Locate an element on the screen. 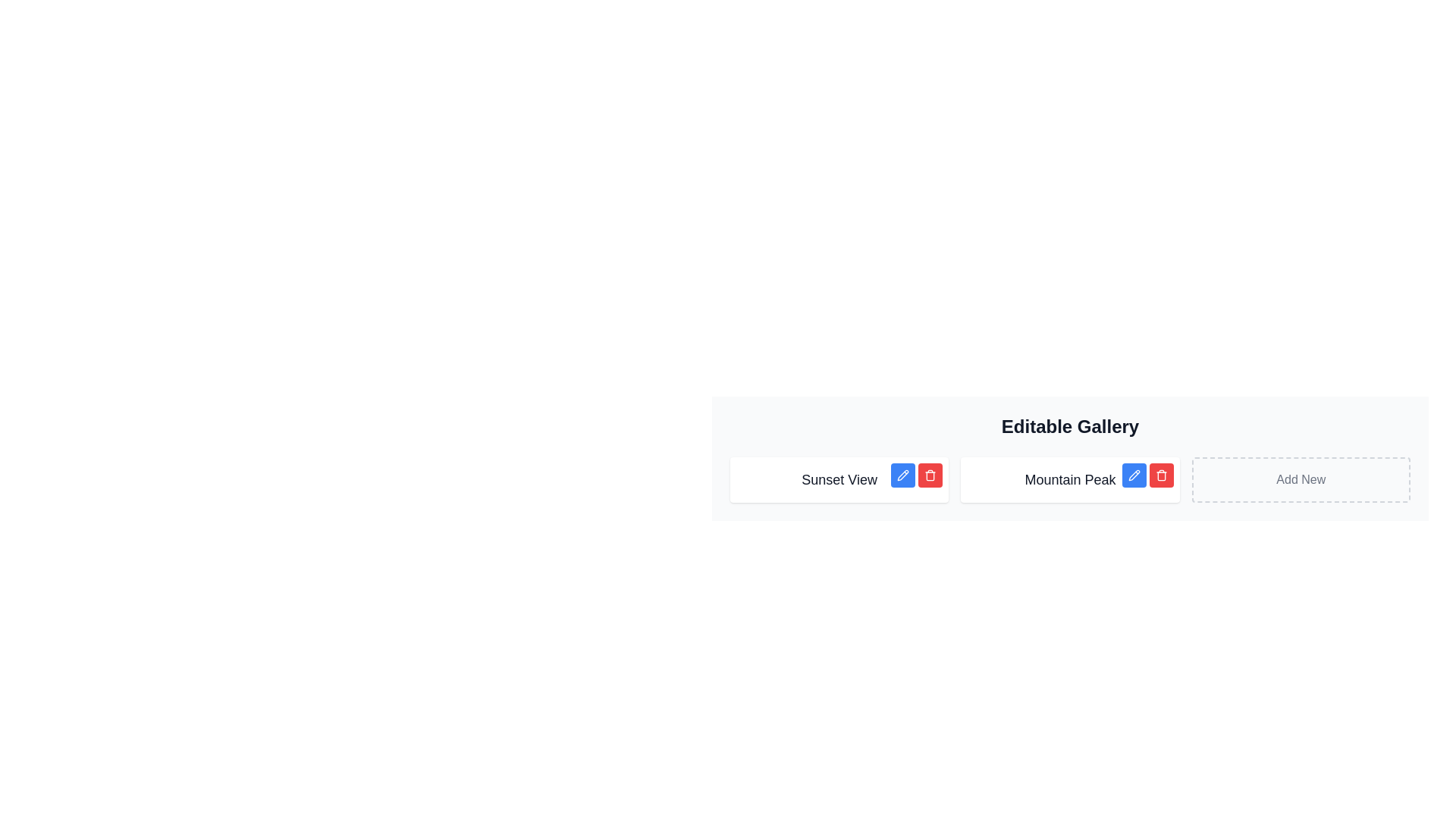  the trash can icon styled as a button, which is located to the right of the 'Mountain Peak' text in the 'Editable Gallery' section is located at coordinates (930, 475).